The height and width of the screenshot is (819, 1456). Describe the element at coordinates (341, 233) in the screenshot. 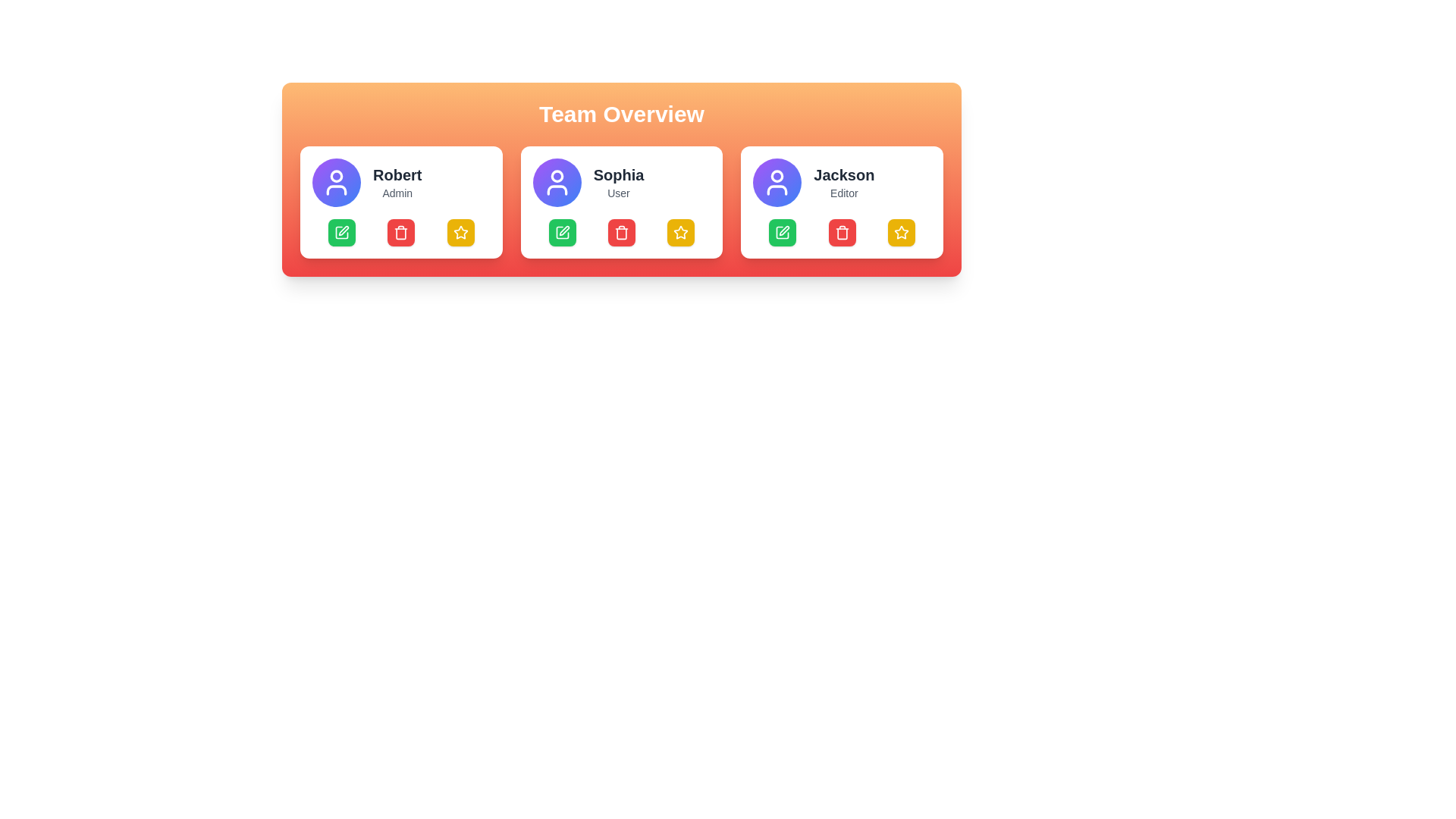

I see `the leftmost green button in the series of action buttons associated with a user card in the top-left corner for tooltip or highlight effect` at that location.